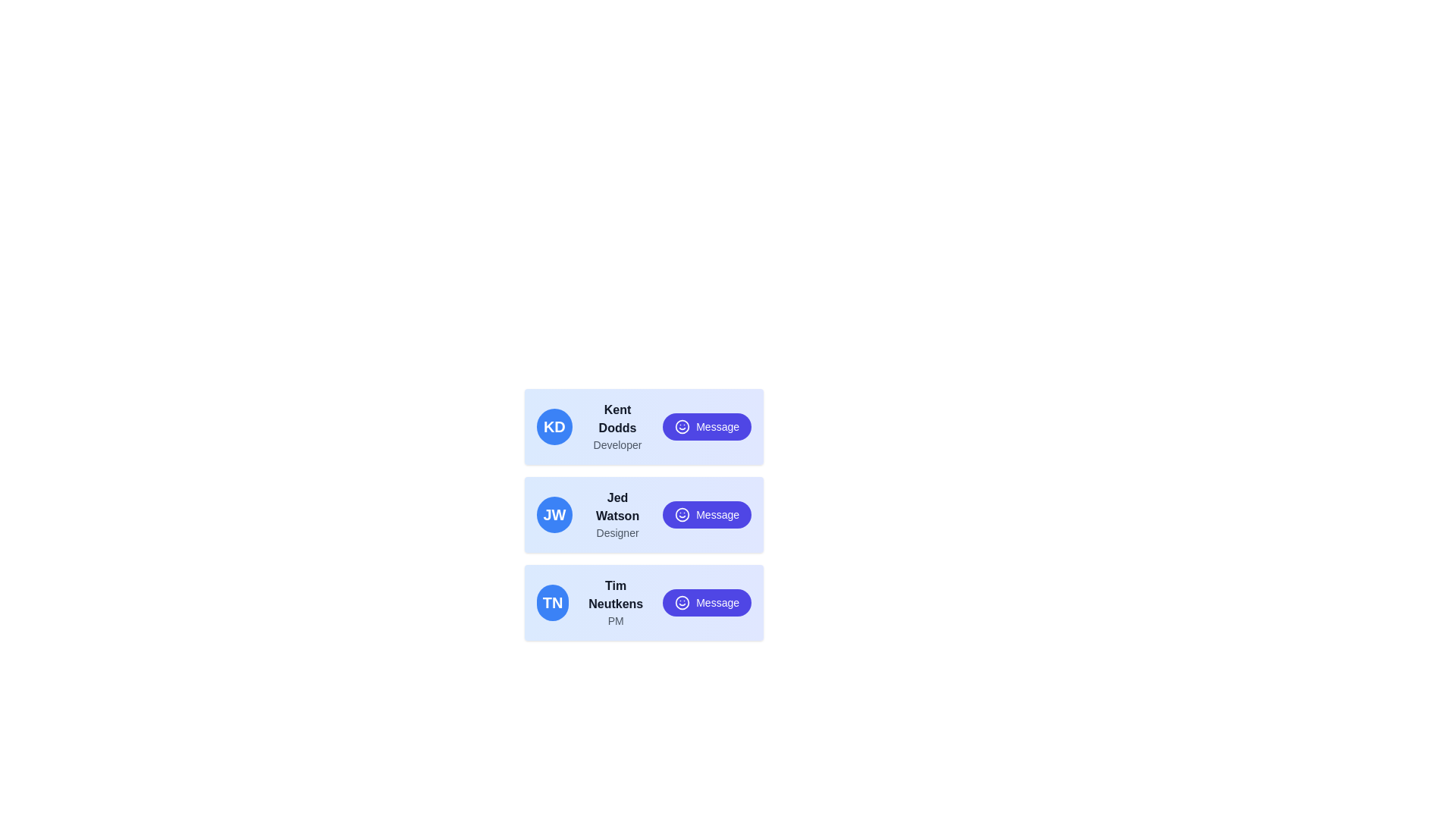 This screenshot has height=819, width=1456. I want to click on the small, circular smiling face icon located to the left of the 'Message' button text, indicating positive sentiment, if it is enabled, so click(682, 427).